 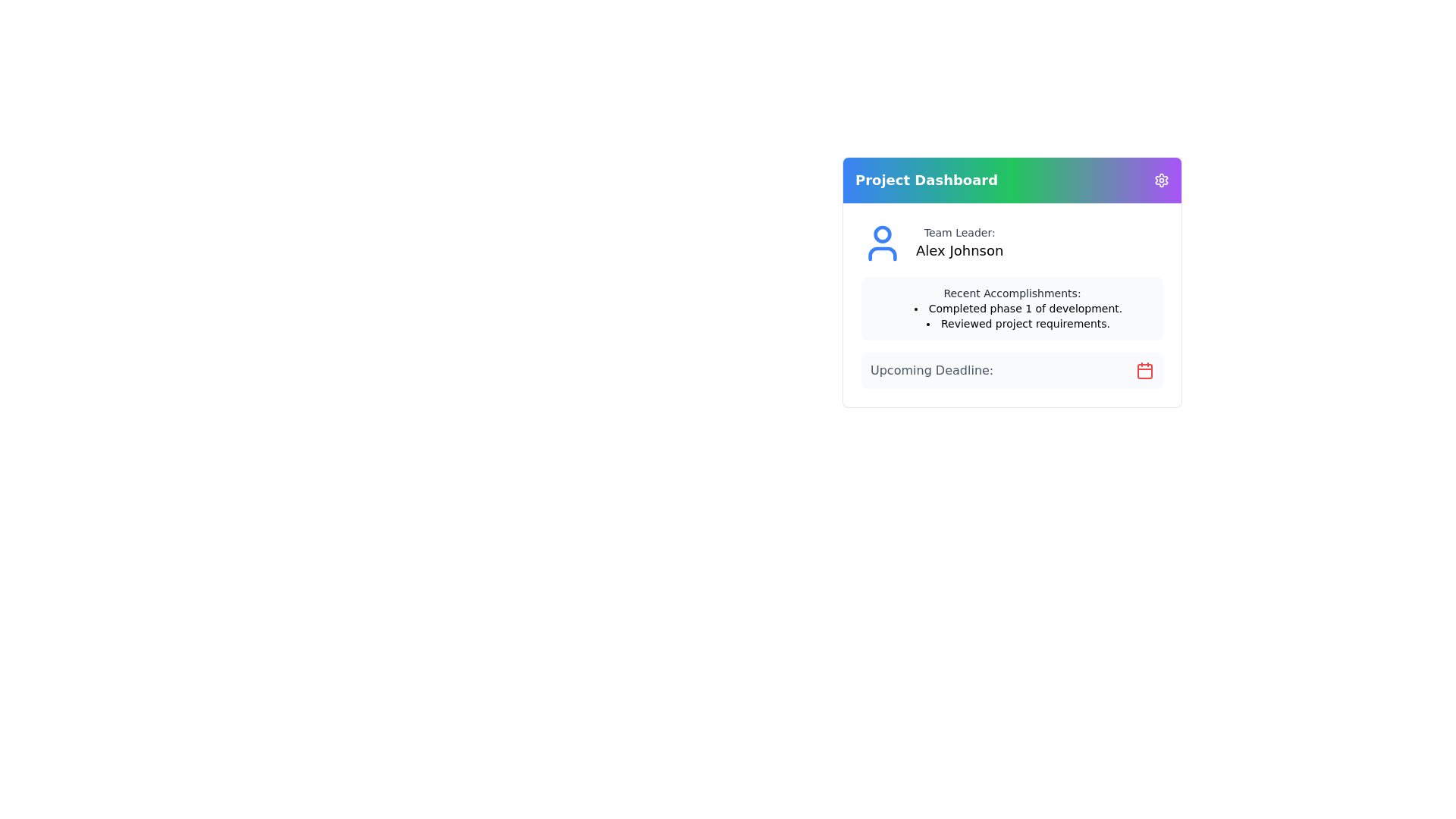 What do you see at coordinates (959, 242) in the screenshot?
I see `the text-based informational UI component displaying 'Team Leader: Alex Johnson', located in a card-like structure to the center-right of the interface, adjacent to a blue user icon` at bounding box center [959, 242].